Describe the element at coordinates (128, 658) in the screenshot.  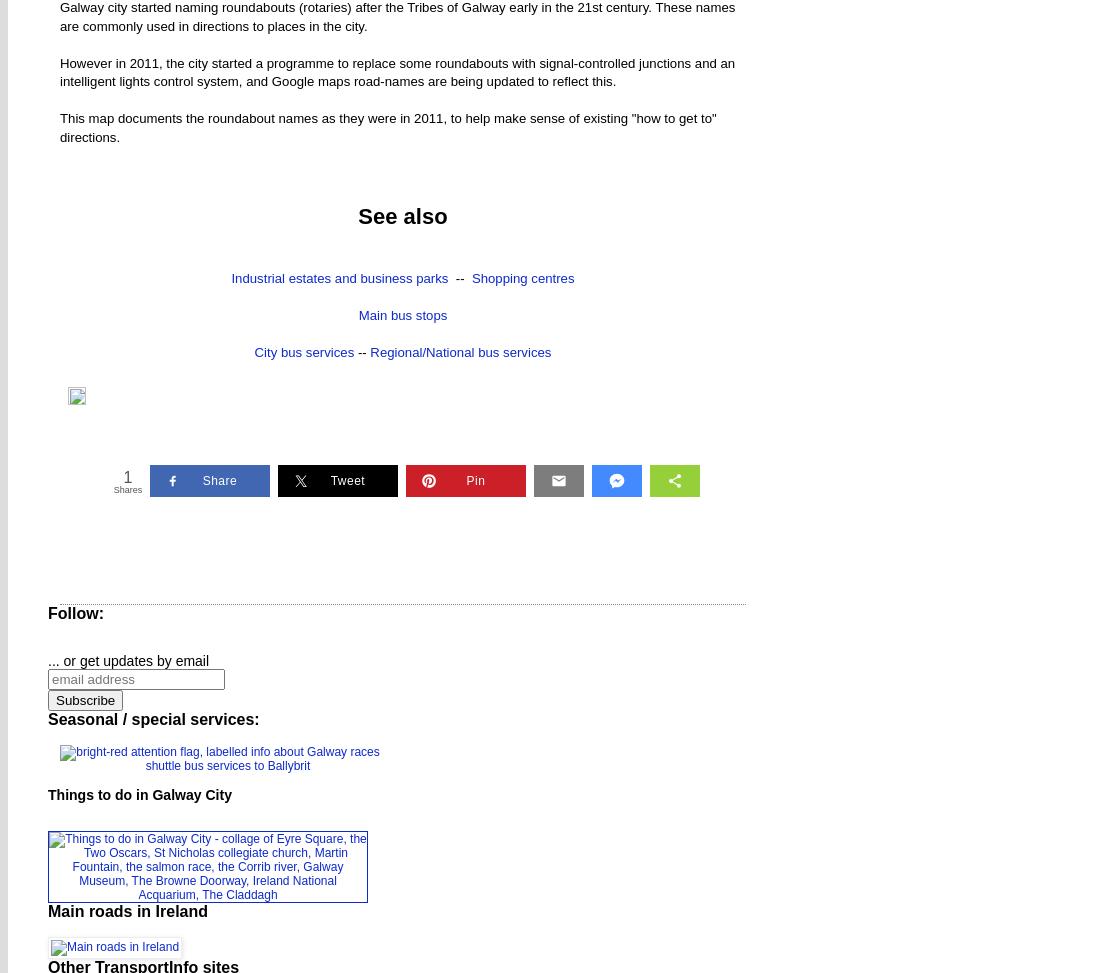
I see `'... or get updates by email'` at that location.